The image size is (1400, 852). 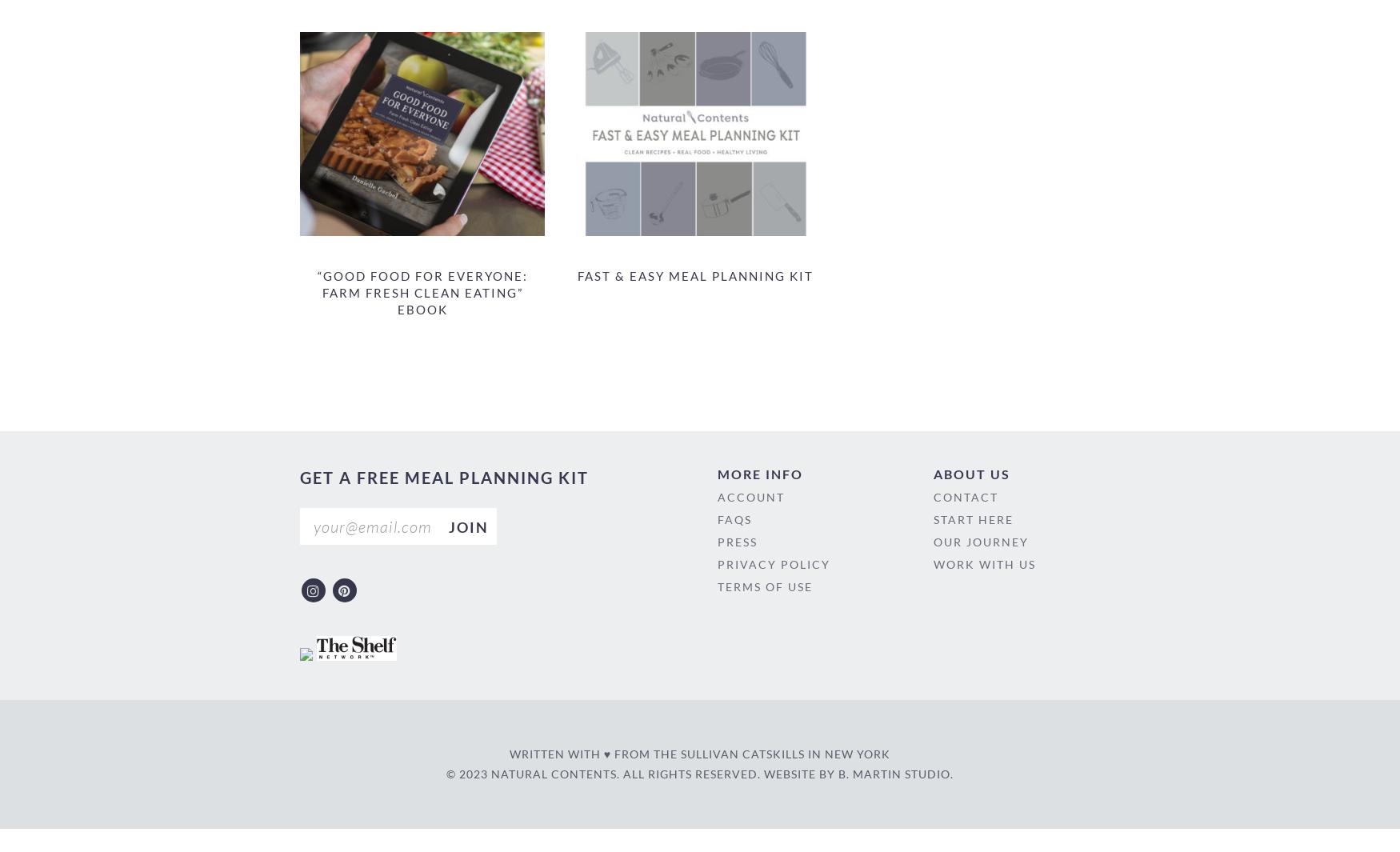 What do you see at coordinates (443, 476) in the screenshot?
I see `'get a free meal planning kit'` at bounding box center [443, 476].